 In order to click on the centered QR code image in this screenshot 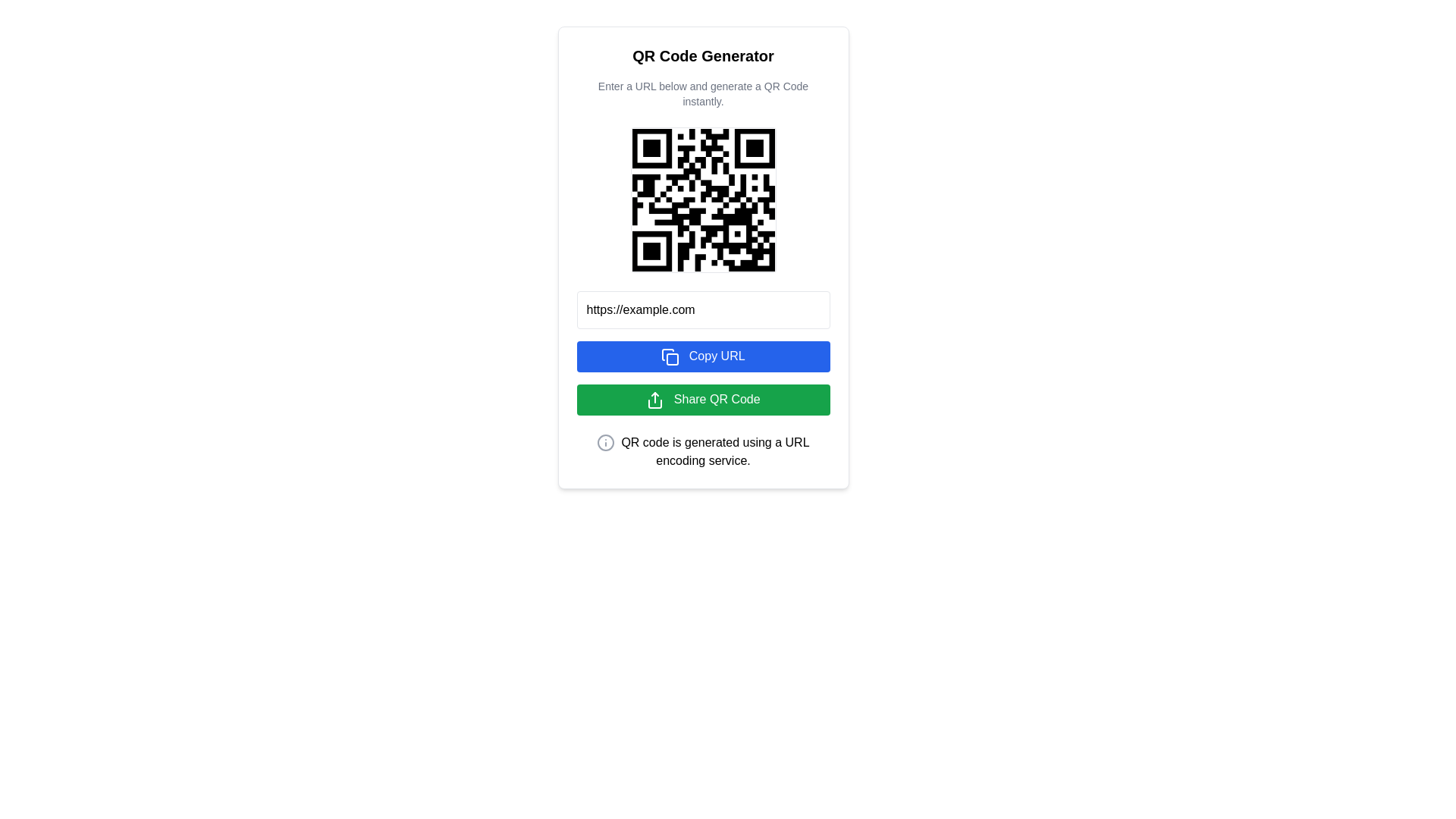, I will do `click(702, 199)`.